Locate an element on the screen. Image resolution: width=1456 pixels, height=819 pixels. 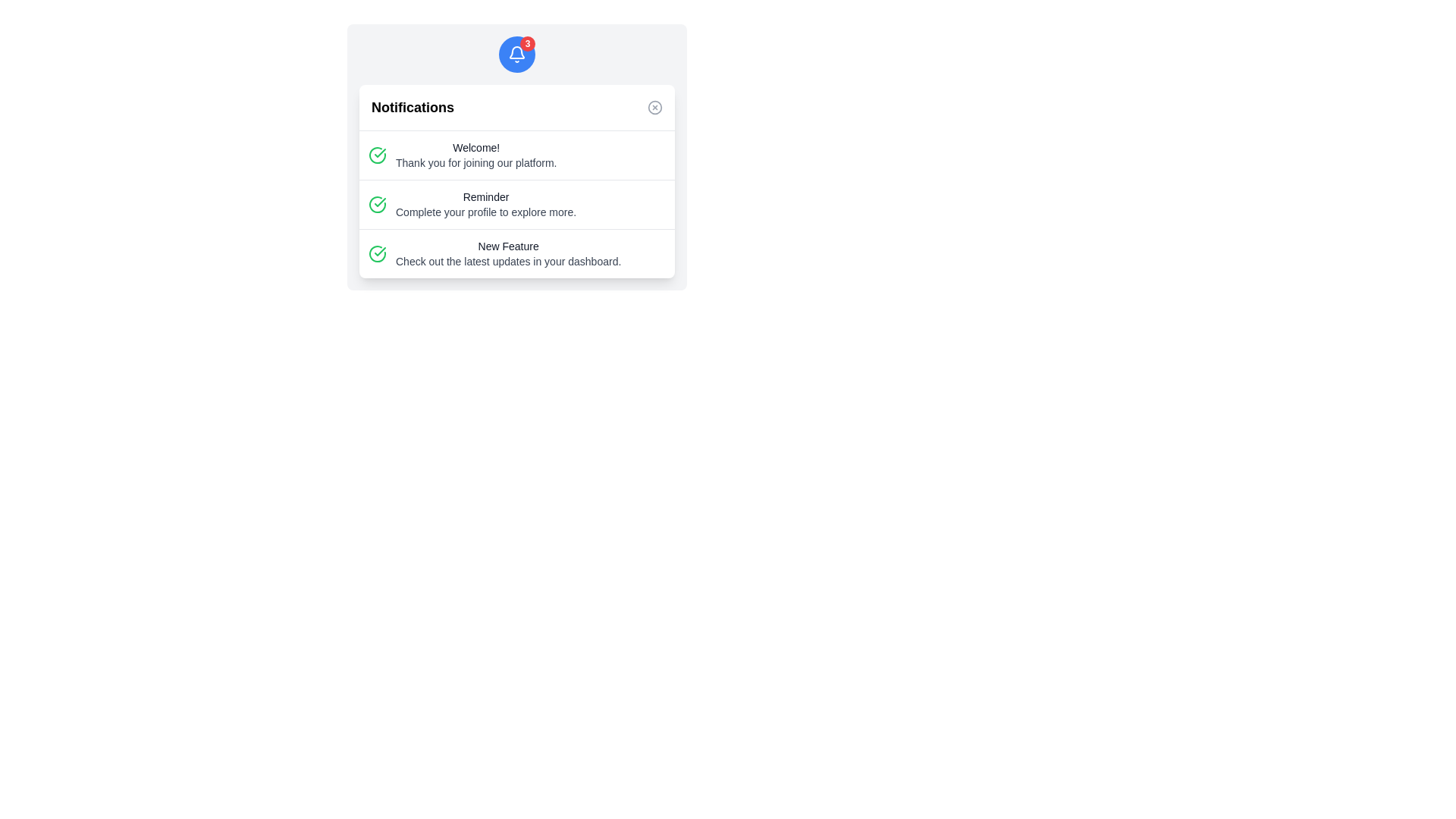
greeting text label located at the top of the notification card, which is centrally positioned above the secondary text line that states 'Thank you for joining our platform.' is located at coordinates (475, 148).